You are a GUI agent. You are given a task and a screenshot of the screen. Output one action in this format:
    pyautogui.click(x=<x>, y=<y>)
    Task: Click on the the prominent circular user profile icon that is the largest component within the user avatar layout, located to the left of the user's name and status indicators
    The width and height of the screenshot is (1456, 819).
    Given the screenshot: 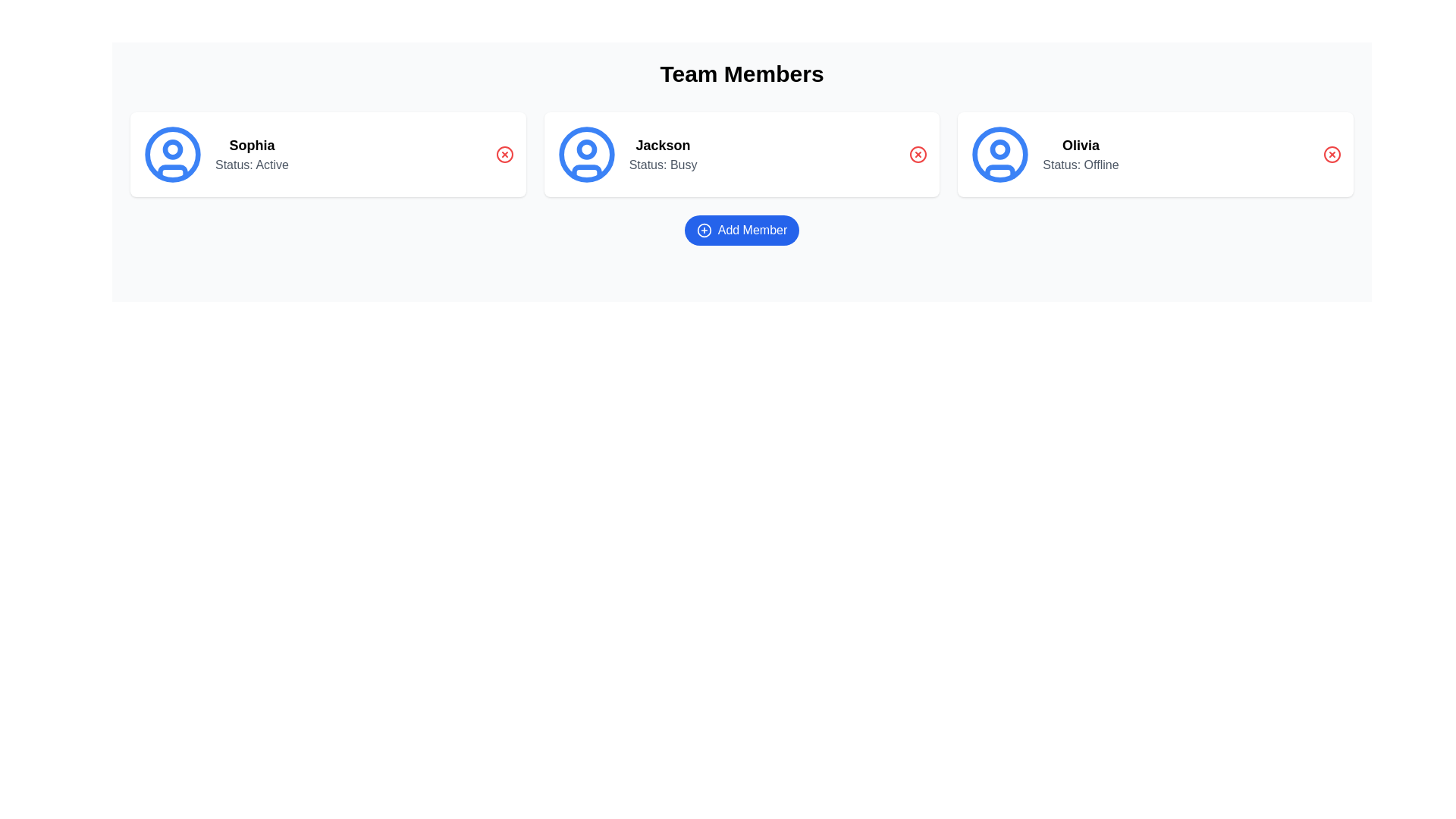 What is the action you would take?
    pyautogui.click(x=585, y=155)
    